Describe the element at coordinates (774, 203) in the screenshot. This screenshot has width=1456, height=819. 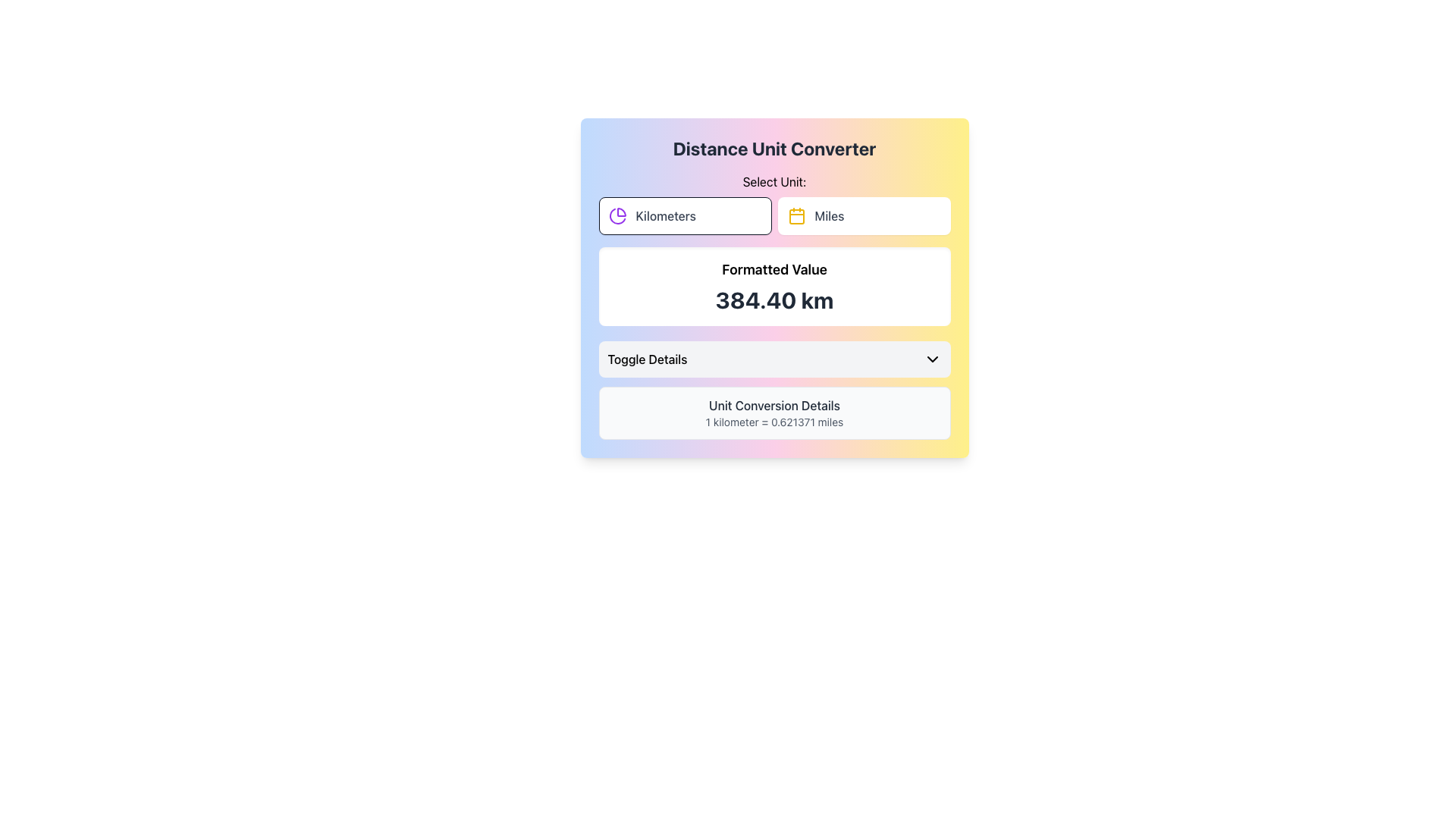
I see `the 'Miles' option in the segmented control labeled 'Select Unit:'` at that location.